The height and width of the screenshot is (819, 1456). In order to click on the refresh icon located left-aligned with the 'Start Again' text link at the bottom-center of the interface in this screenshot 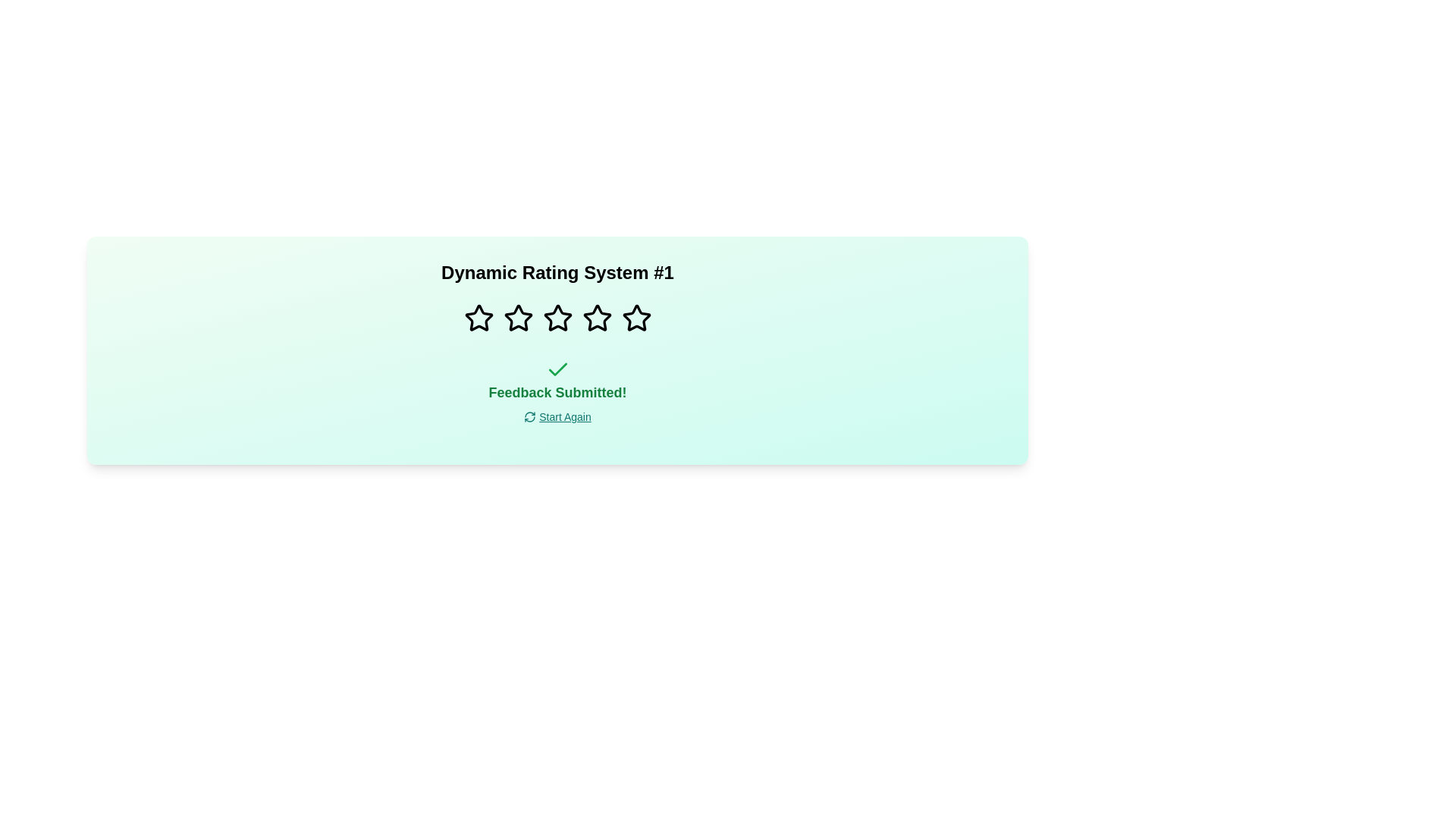, I will do `click(530, 417)`.